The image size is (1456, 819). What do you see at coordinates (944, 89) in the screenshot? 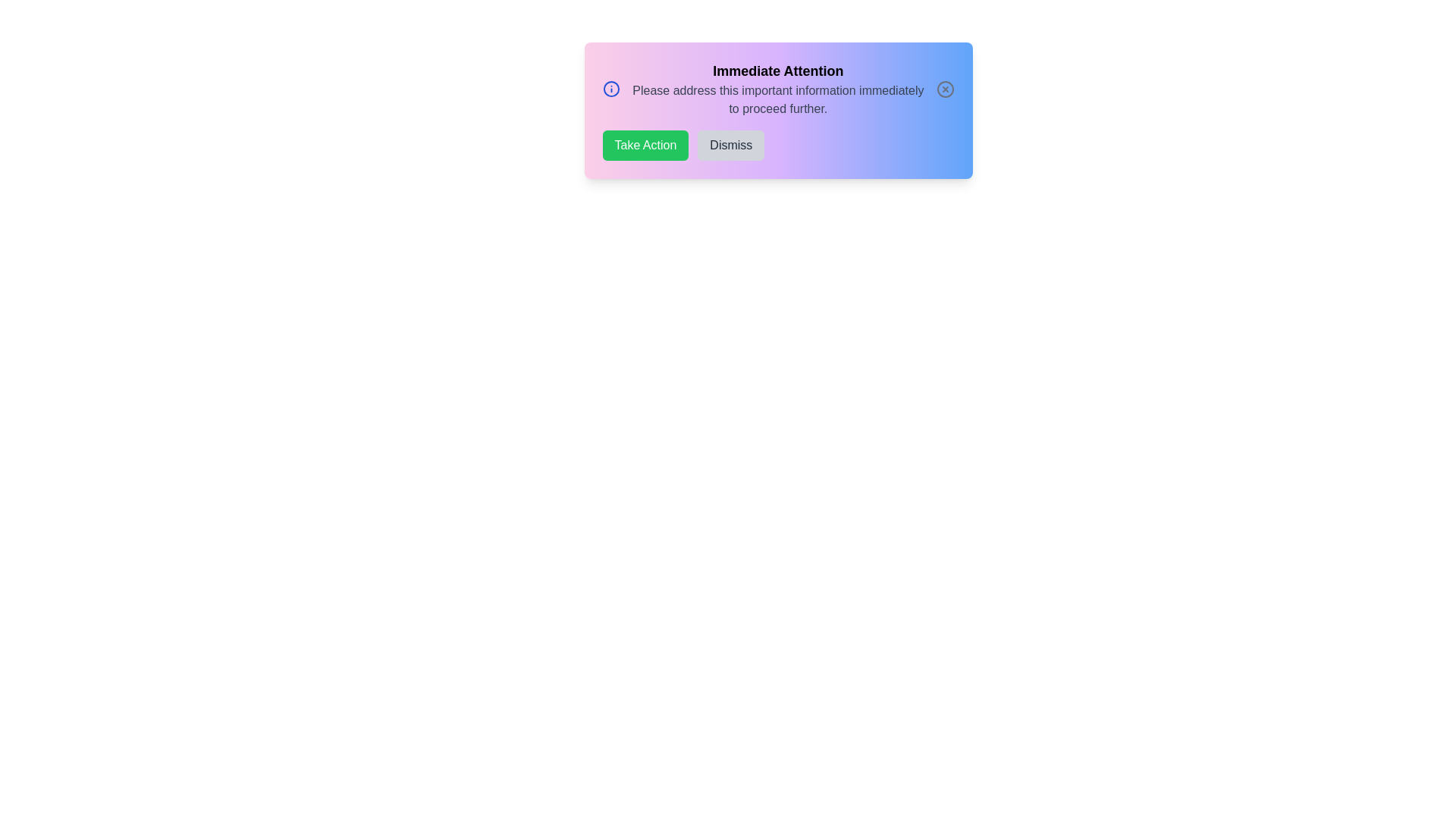
I see `close button to hide the alert` at bounding box center [944, 89].